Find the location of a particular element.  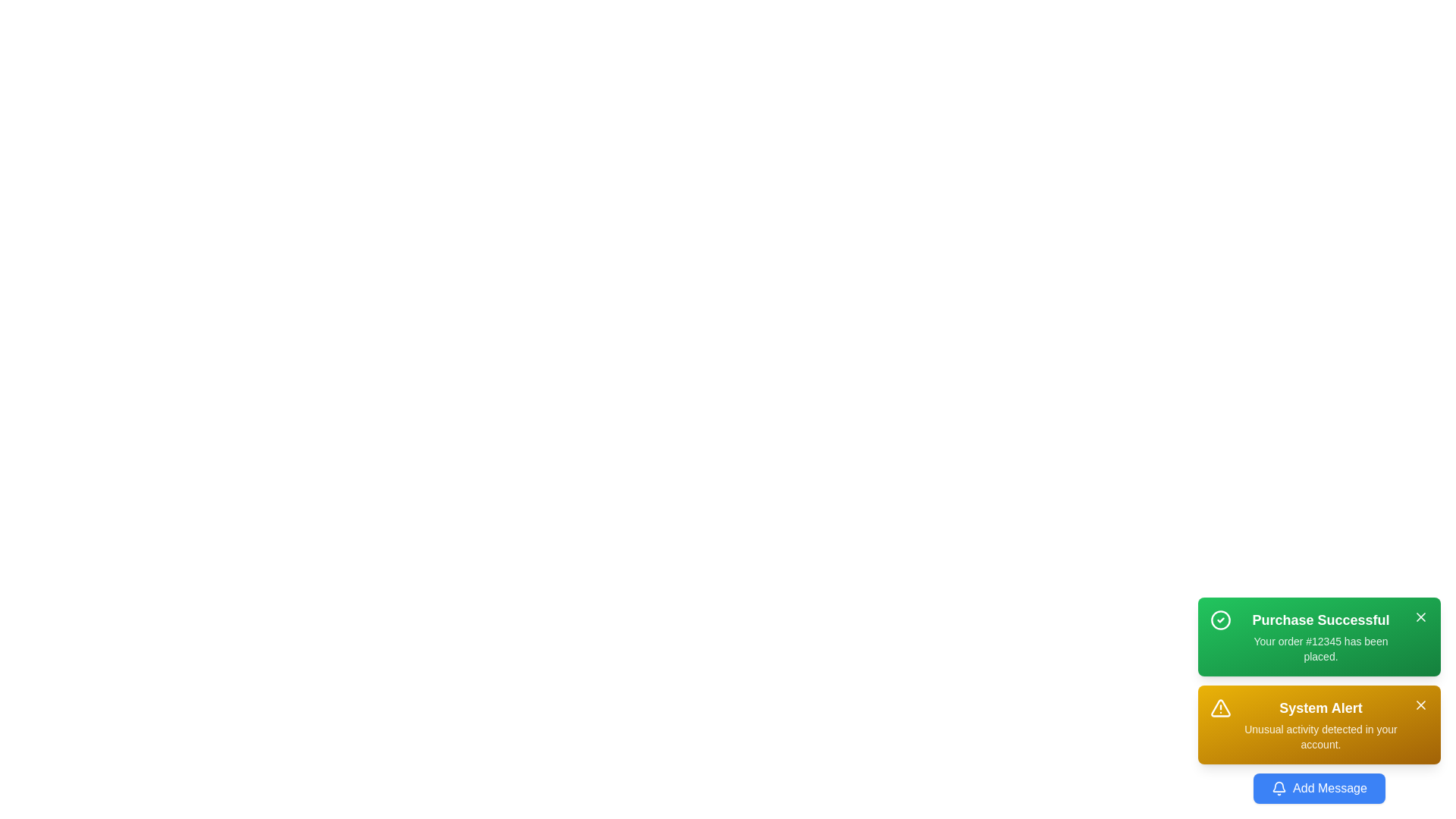

the message with title System Alert is located at coordinates (1318, 724).